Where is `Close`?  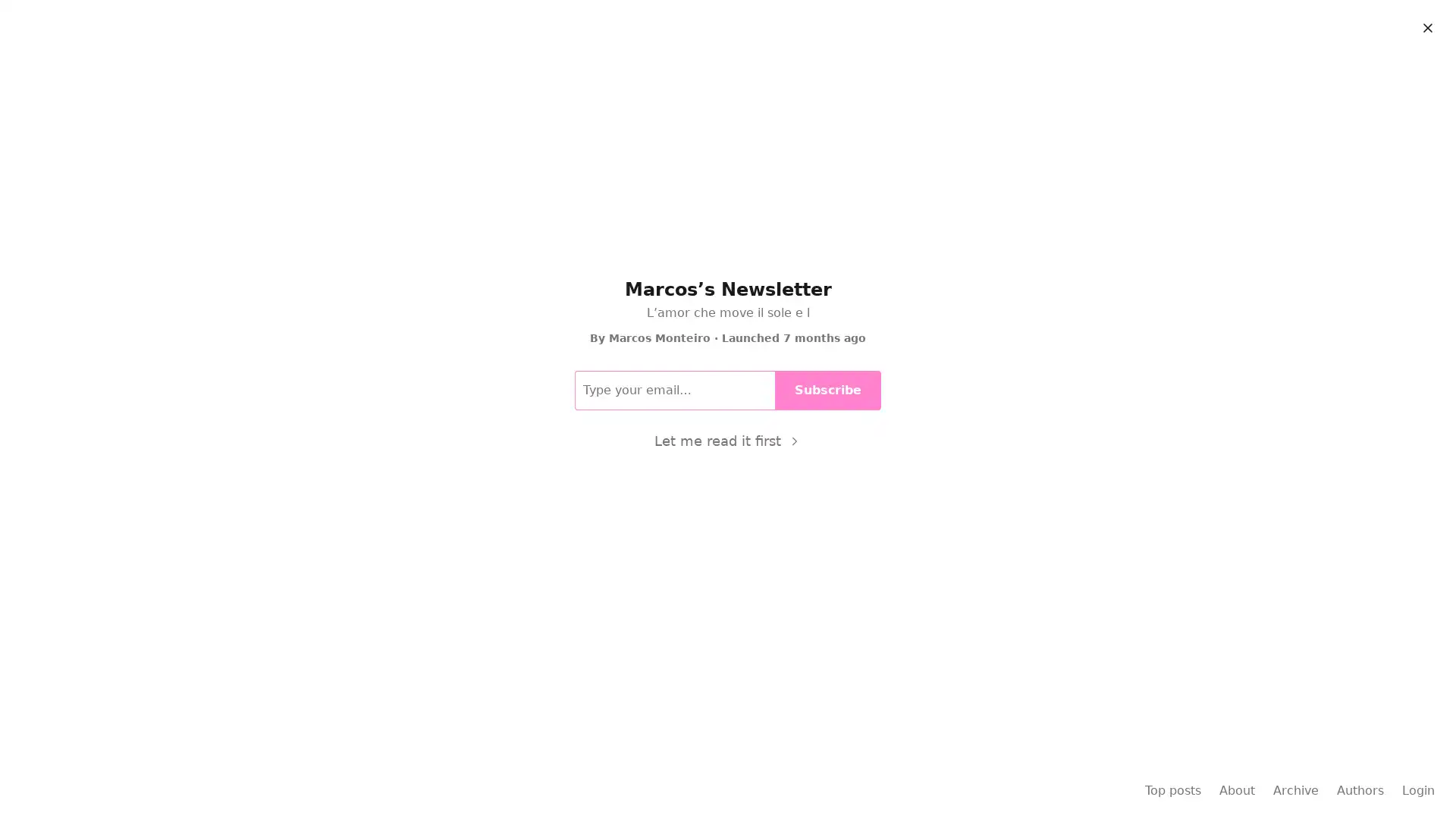
Close is located at coordinates (1426, 28).